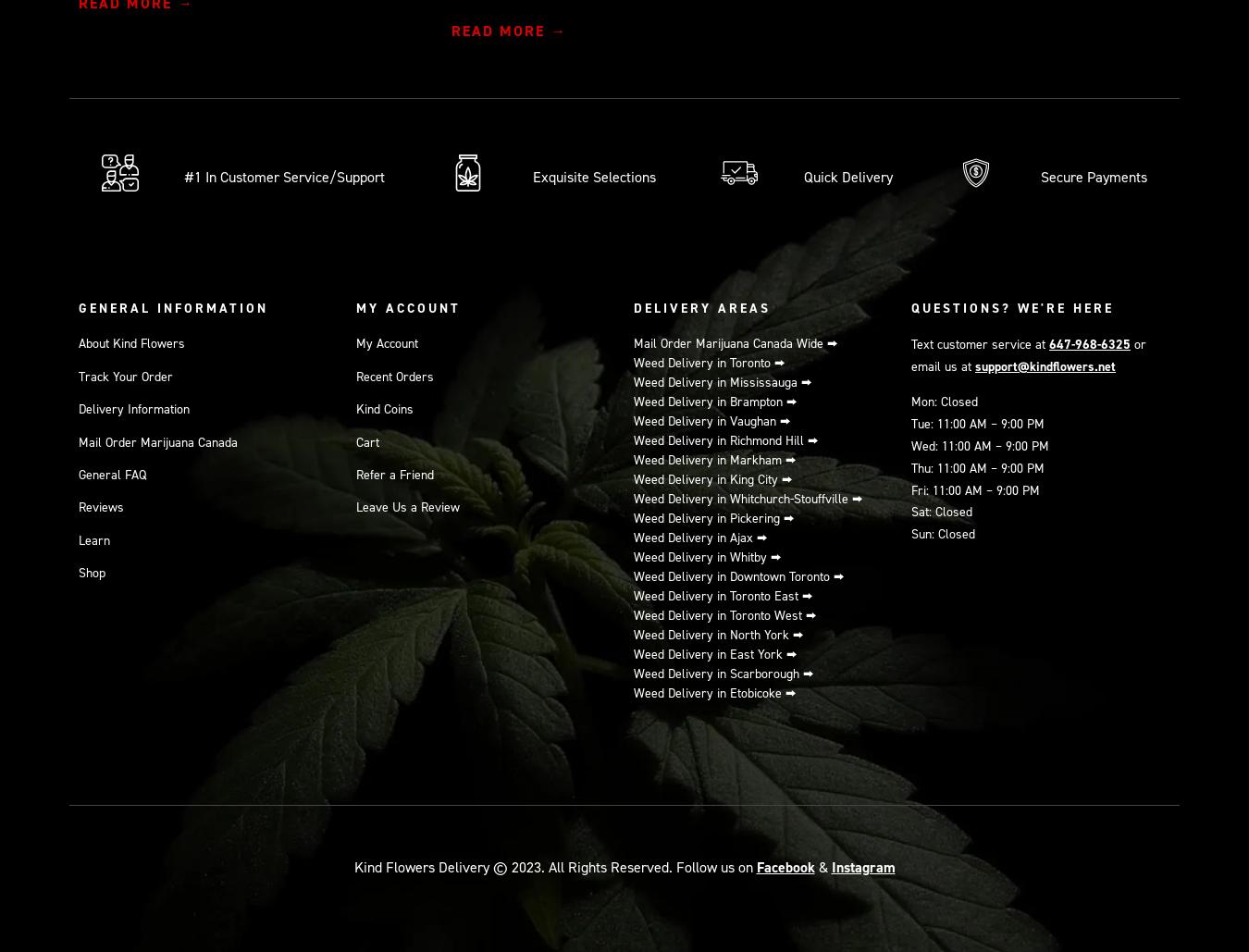 The height and width of the screenshot is (952, 1249). I want to click on 'Thu: 11:00 AM – 9:00 PM', so click(978, 467).